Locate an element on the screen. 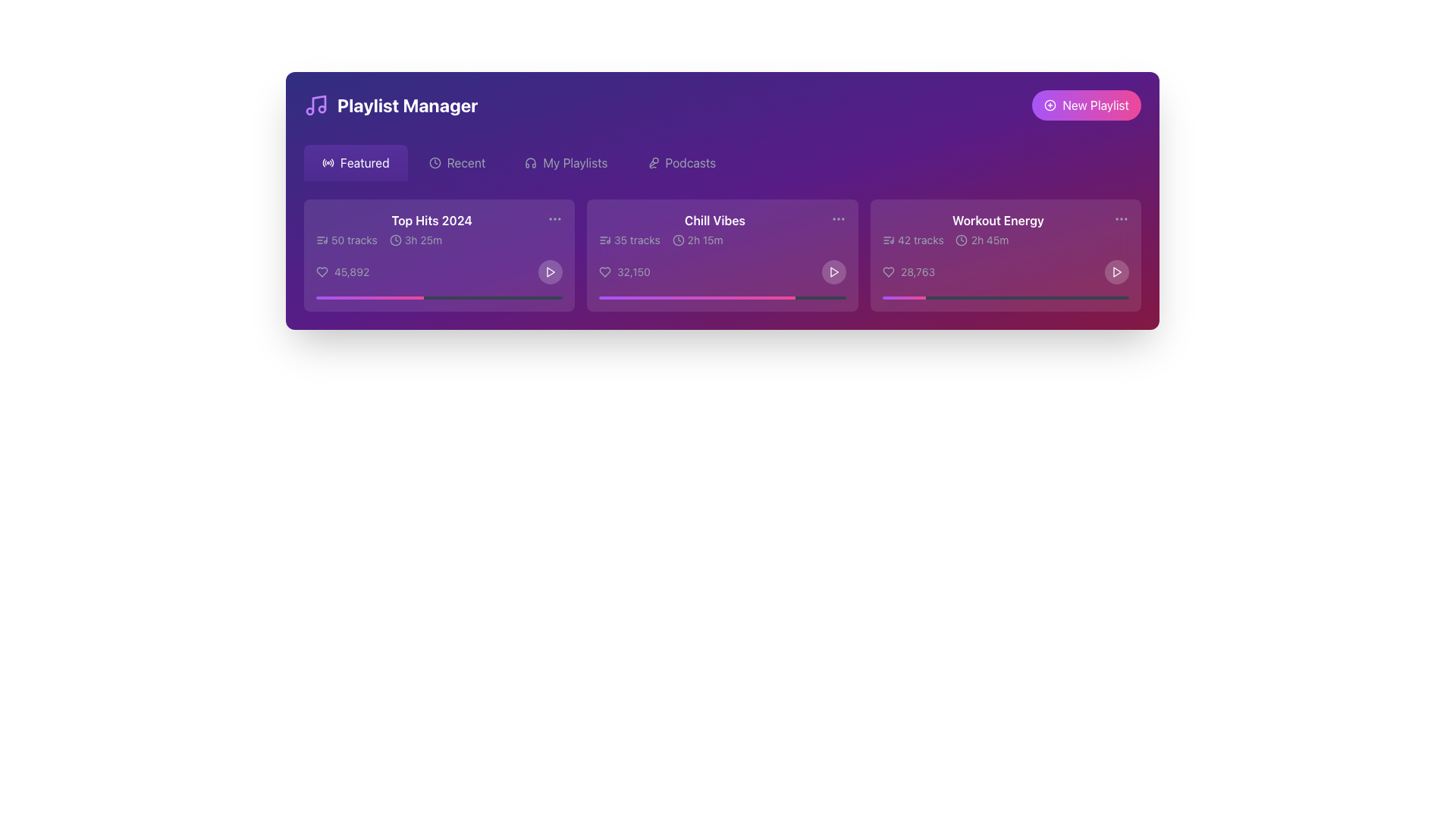 Image resolution: width=1456 pixels, height=819 pixels. the SVG circle component within the 'Workout Energy' playlist card, which is part of a clock icon is located at coordinates (961, 239).